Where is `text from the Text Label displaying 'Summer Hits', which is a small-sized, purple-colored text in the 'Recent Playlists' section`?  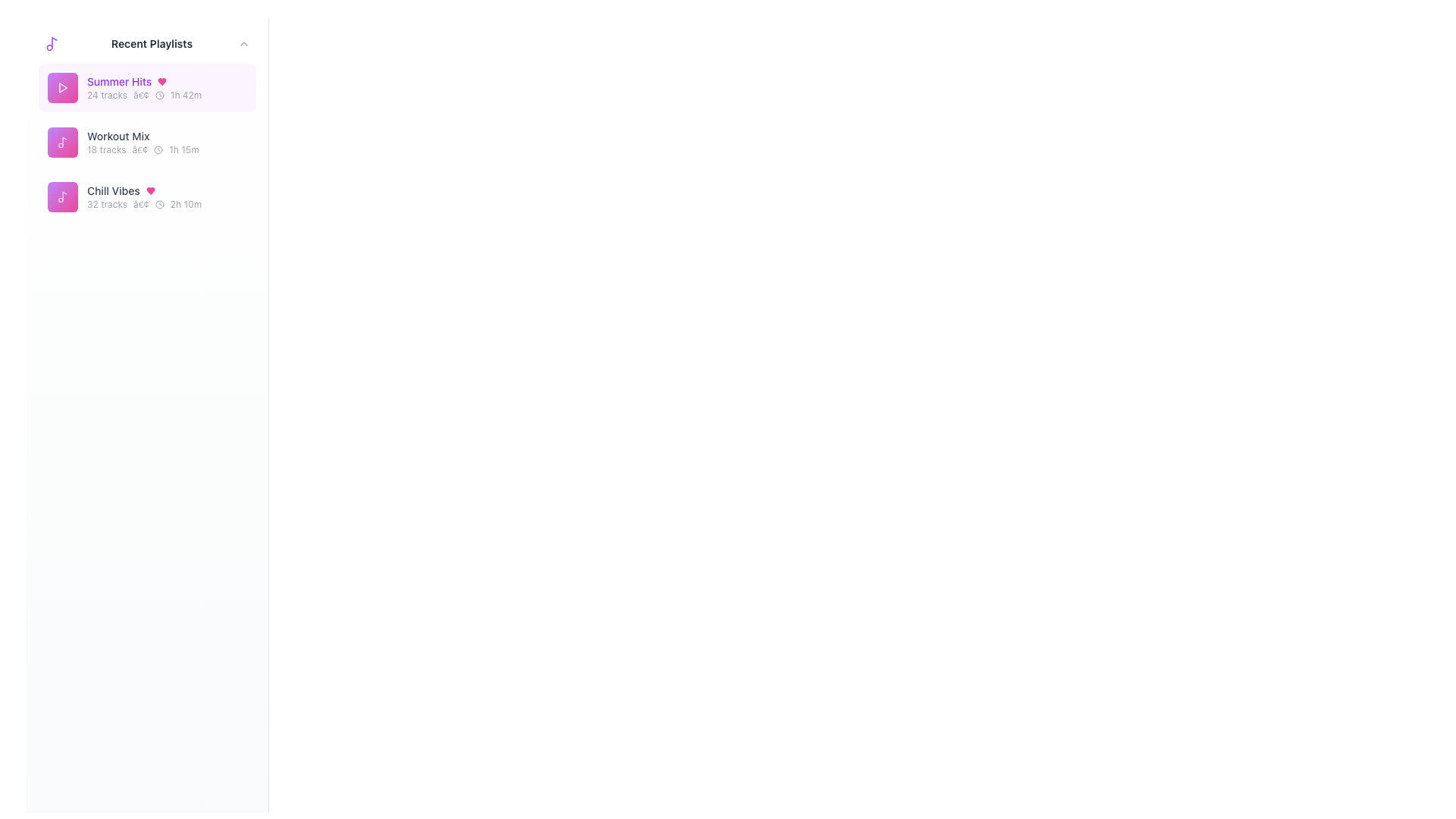
text from the Text Label displaying 'Summer Hits', which is a small-sized, purple-colored text in the 'Recent Playlists' section is located at coordinates (118, 82).